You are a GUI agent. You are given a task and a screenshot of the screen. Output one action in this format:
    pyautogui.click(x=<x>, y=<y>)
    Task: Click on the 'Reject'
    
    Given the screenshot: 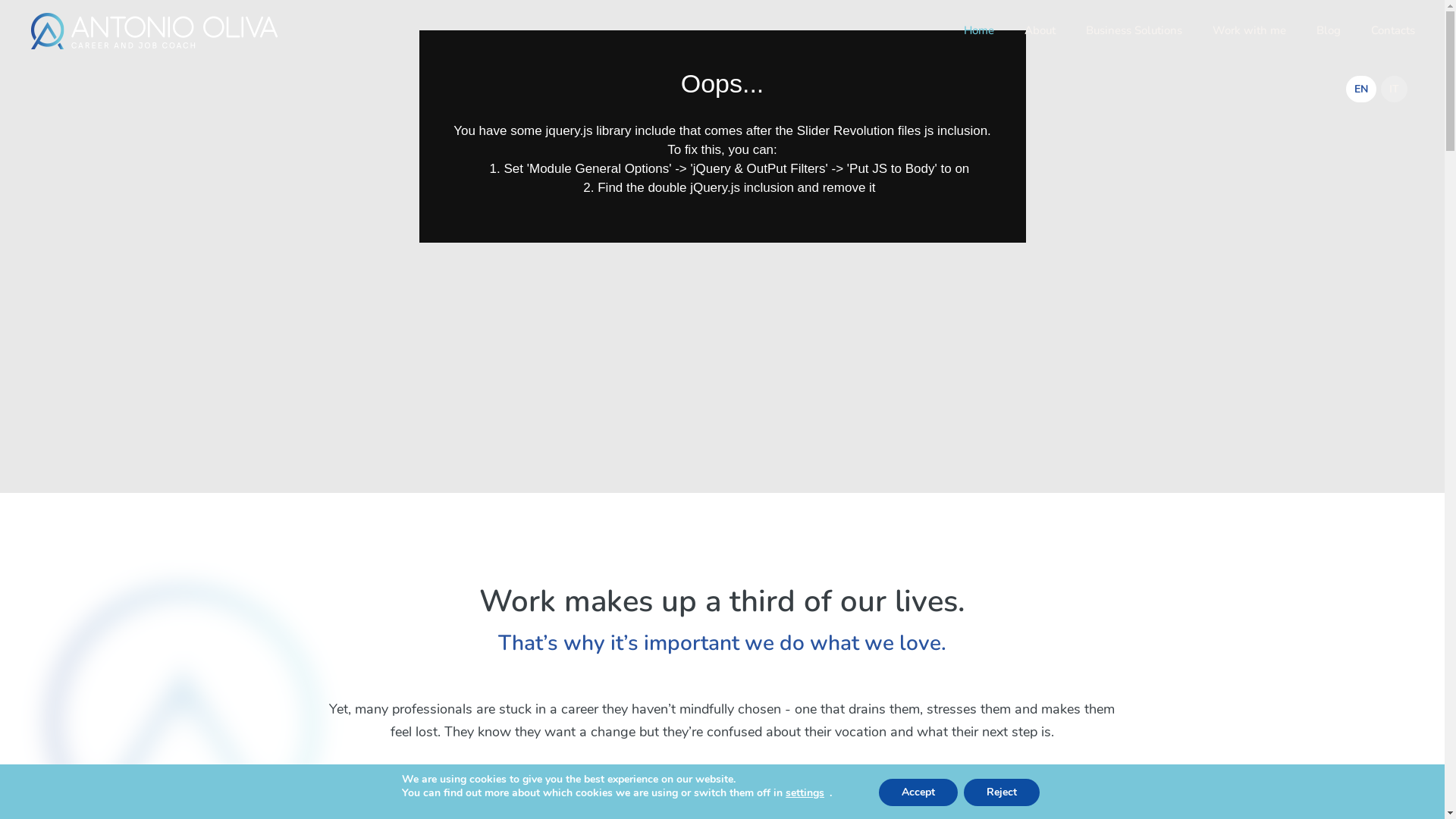 What is the action you would take?
    pyautogui.click(x=1001, y=791)
    